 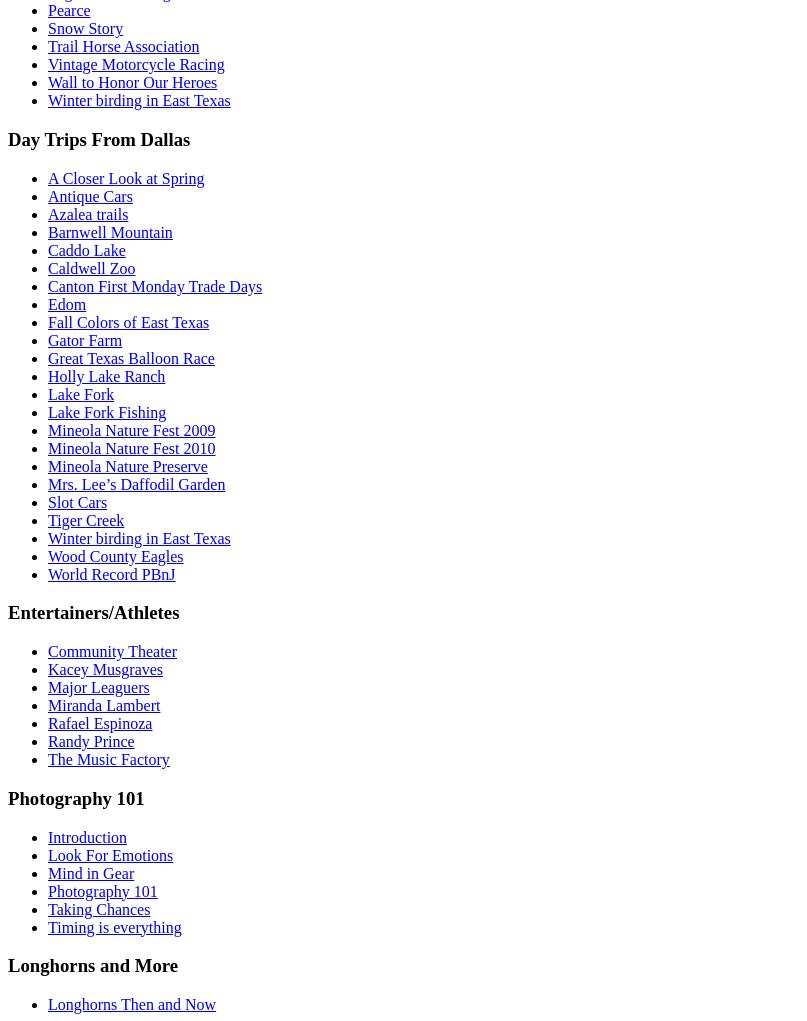 What do you see at coordinates (98, 722) in the screenshot?
I see `'Rafael Espinoza'` at bounding box center [98, 722].